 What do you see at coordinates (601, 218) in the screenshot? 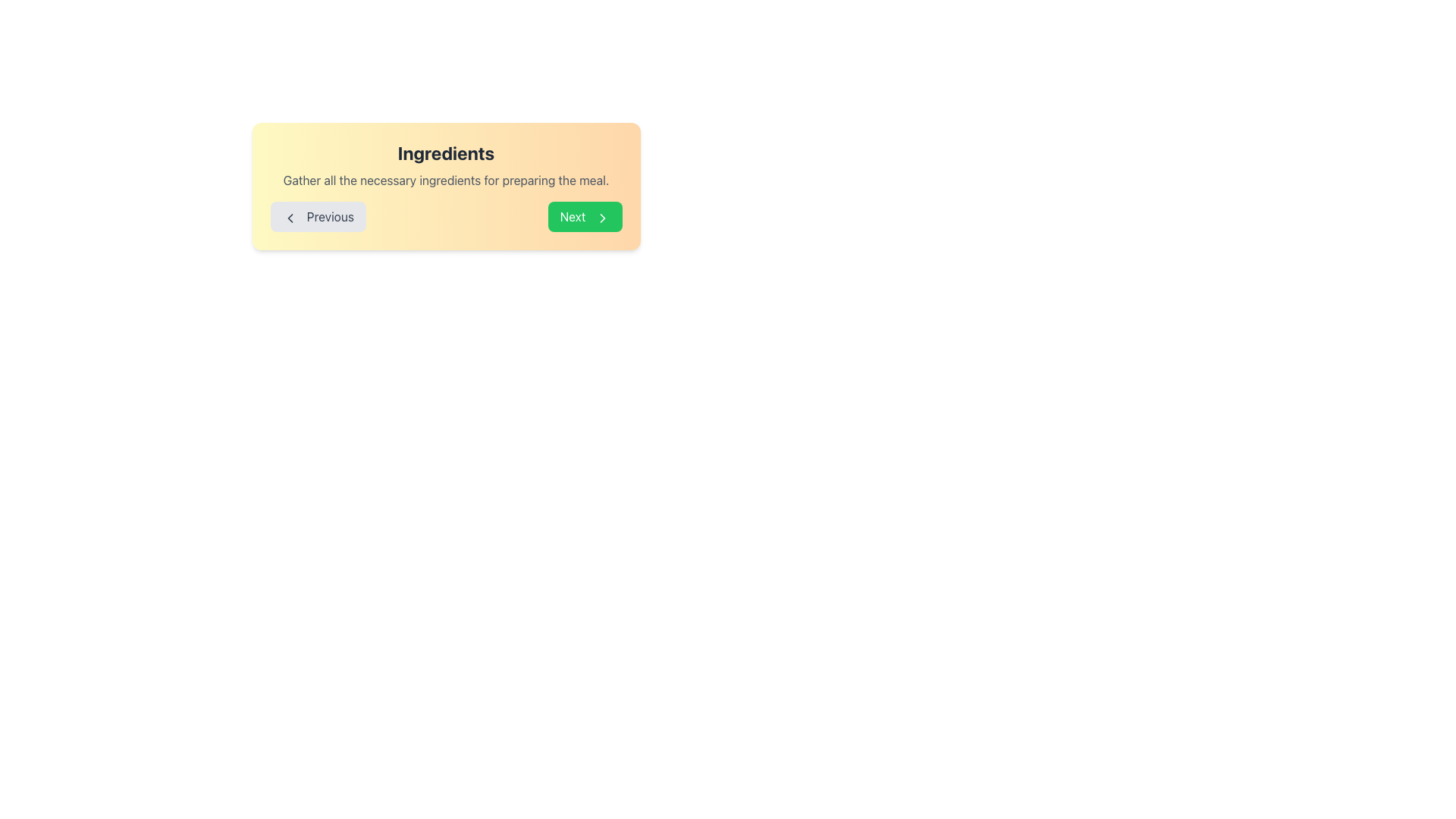
I see `the 'Next' button that contains the right-pointing arrow icon, which is styled with a green background and located in the bottom right of the 'Ingredients' section` at bounding box center [601, 218].